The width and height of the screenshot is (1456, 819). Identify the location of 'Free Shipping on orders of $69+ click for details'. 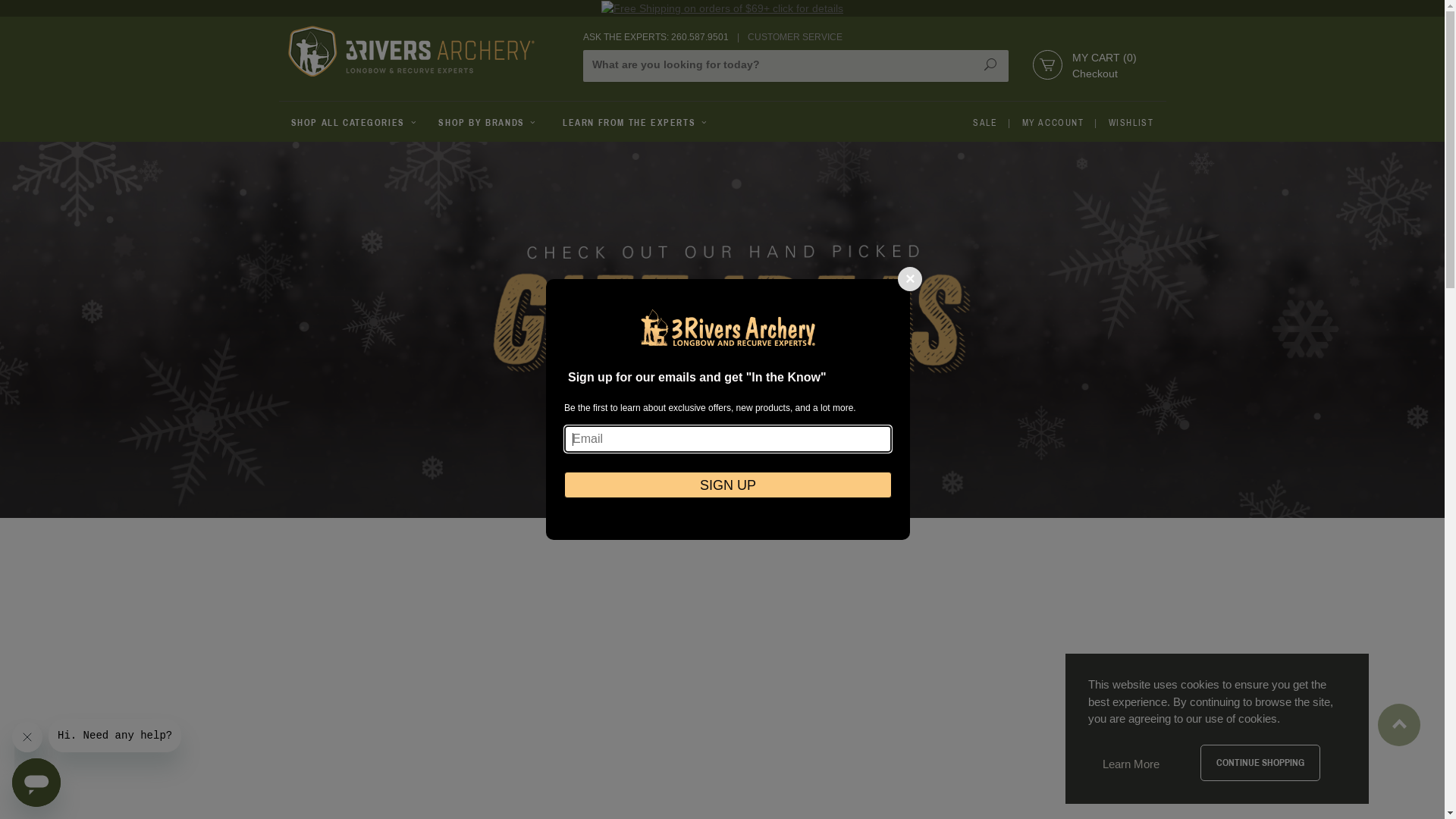
(721, 8).